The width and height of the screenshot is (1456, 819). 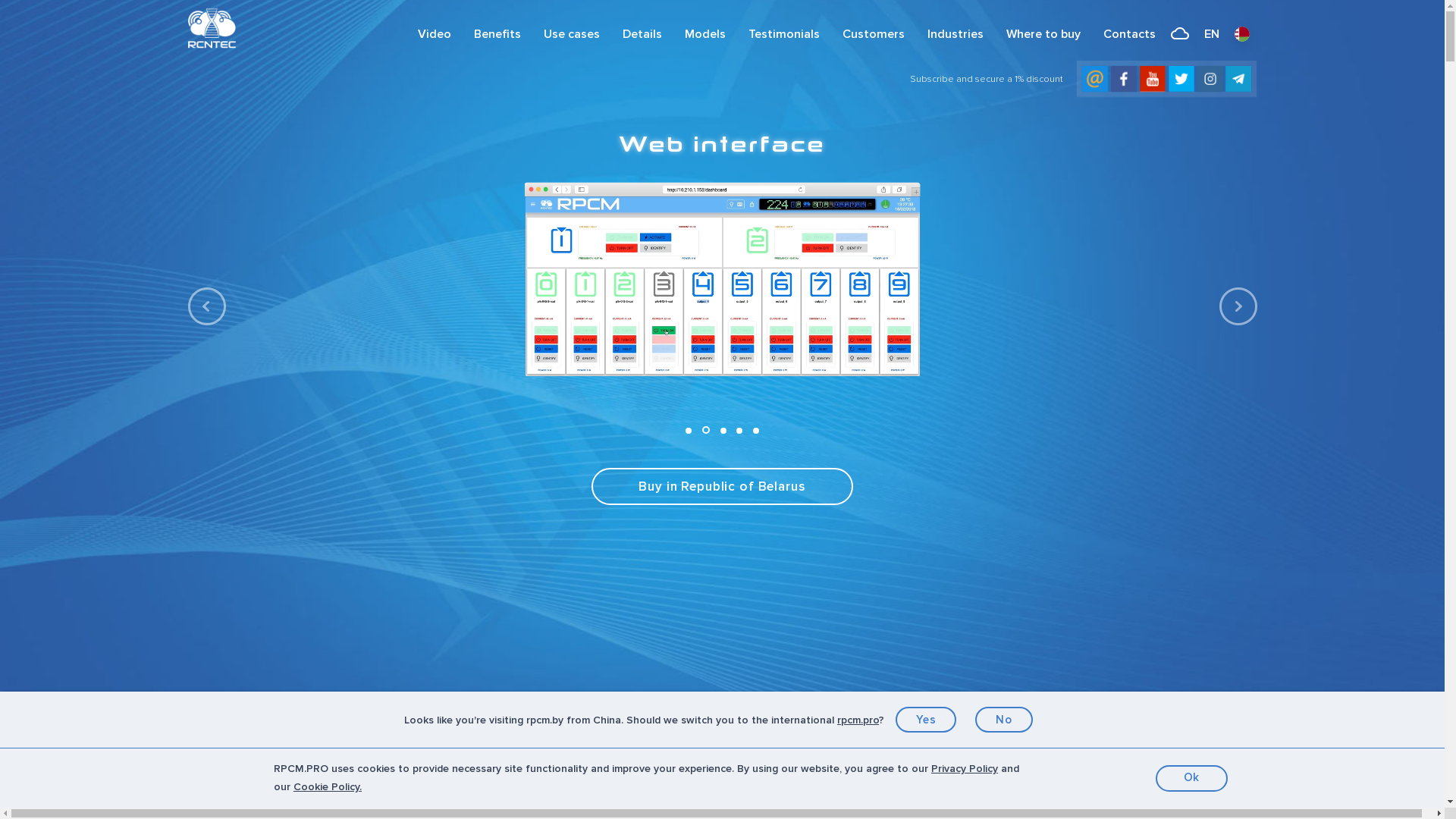 I want to click on 'Details', so click(x=611, y=34).